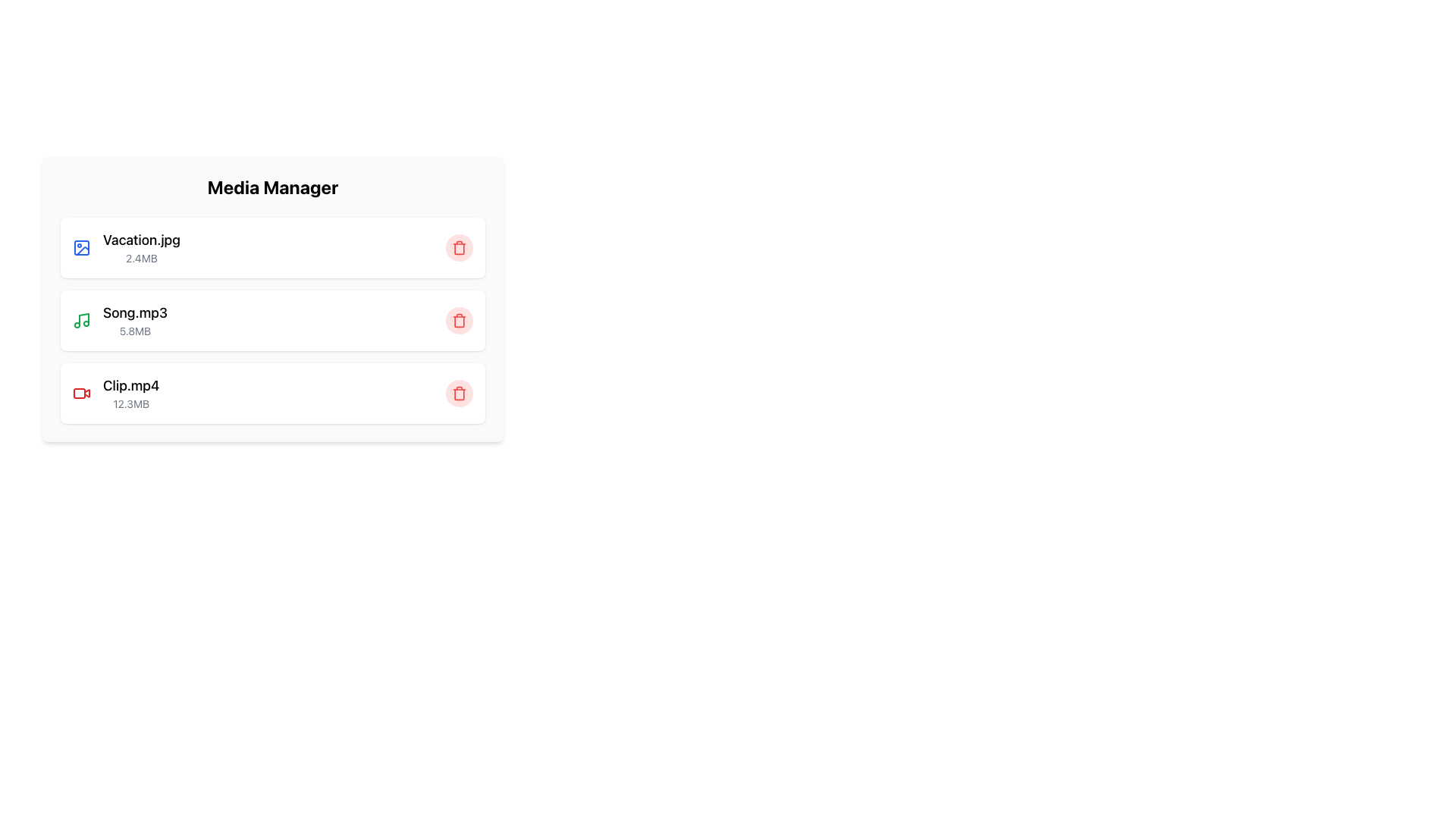  I want to click on the video file item in the Media Manager interface, so click(115, 393).